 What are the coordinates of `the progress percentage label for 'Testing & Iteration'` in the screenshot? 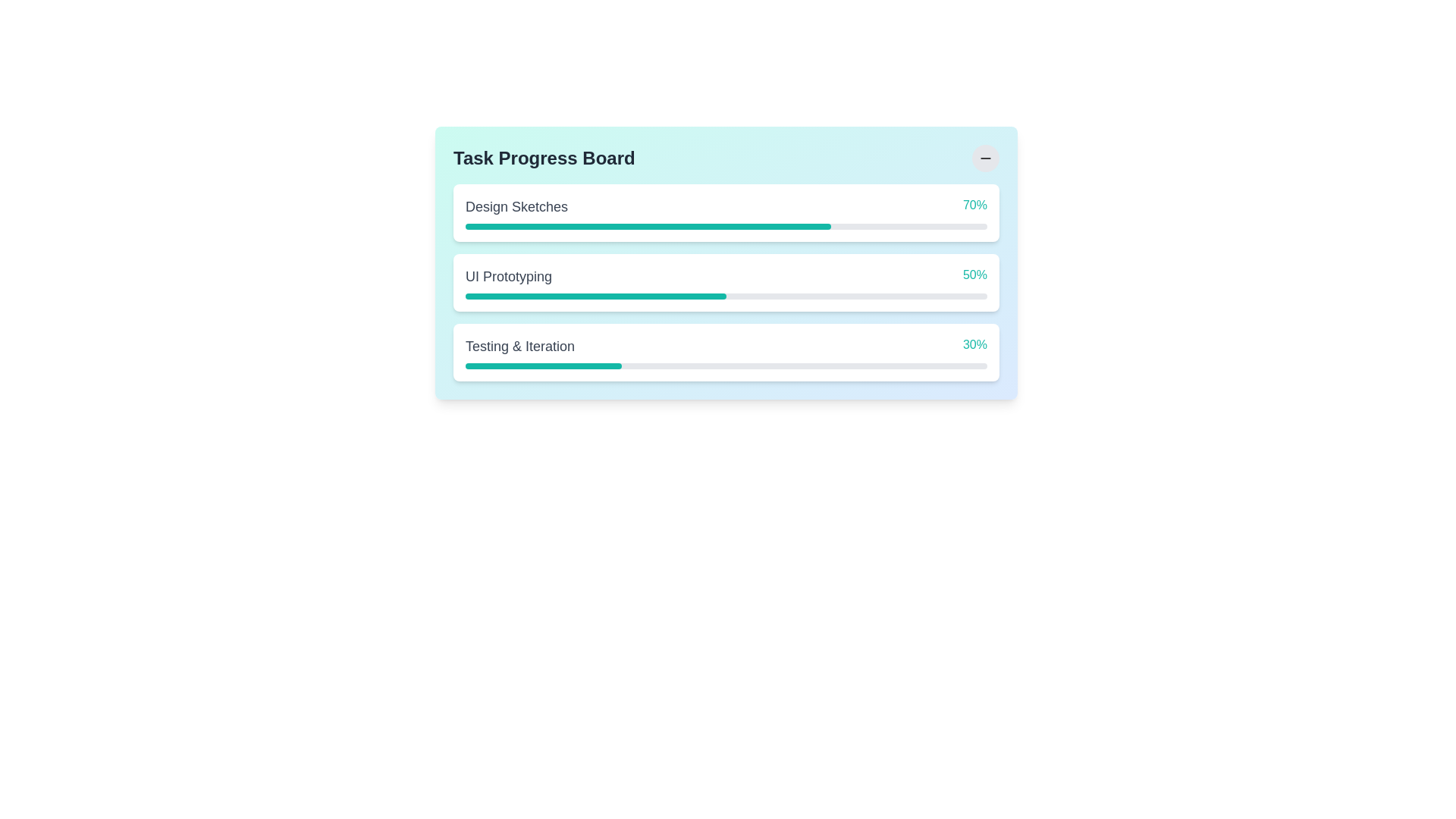 It's located at (975, 346).